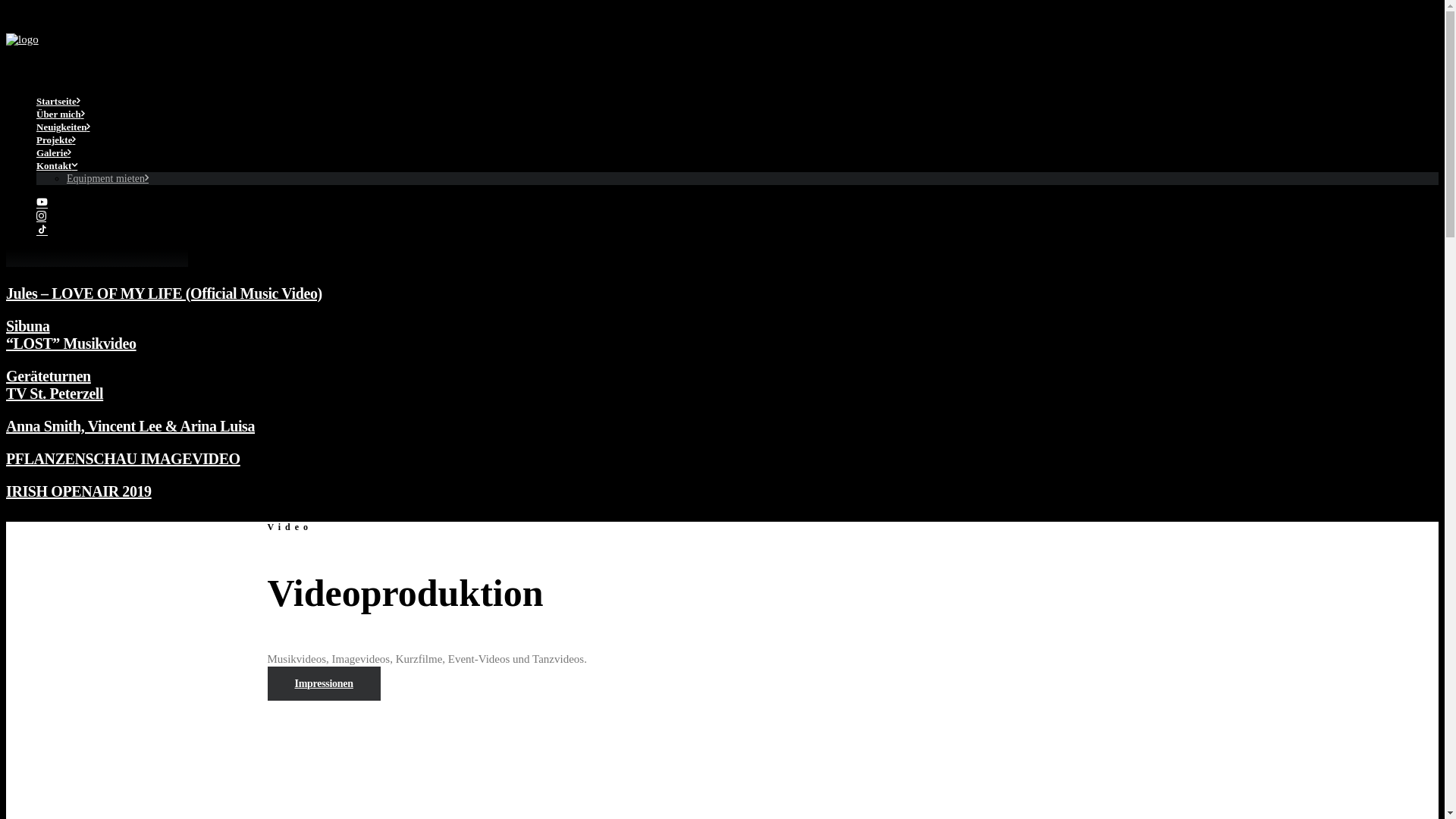 This screenshot has height=819, width=1456. I want to click on 'Equipment mieten', so click(65, 177).